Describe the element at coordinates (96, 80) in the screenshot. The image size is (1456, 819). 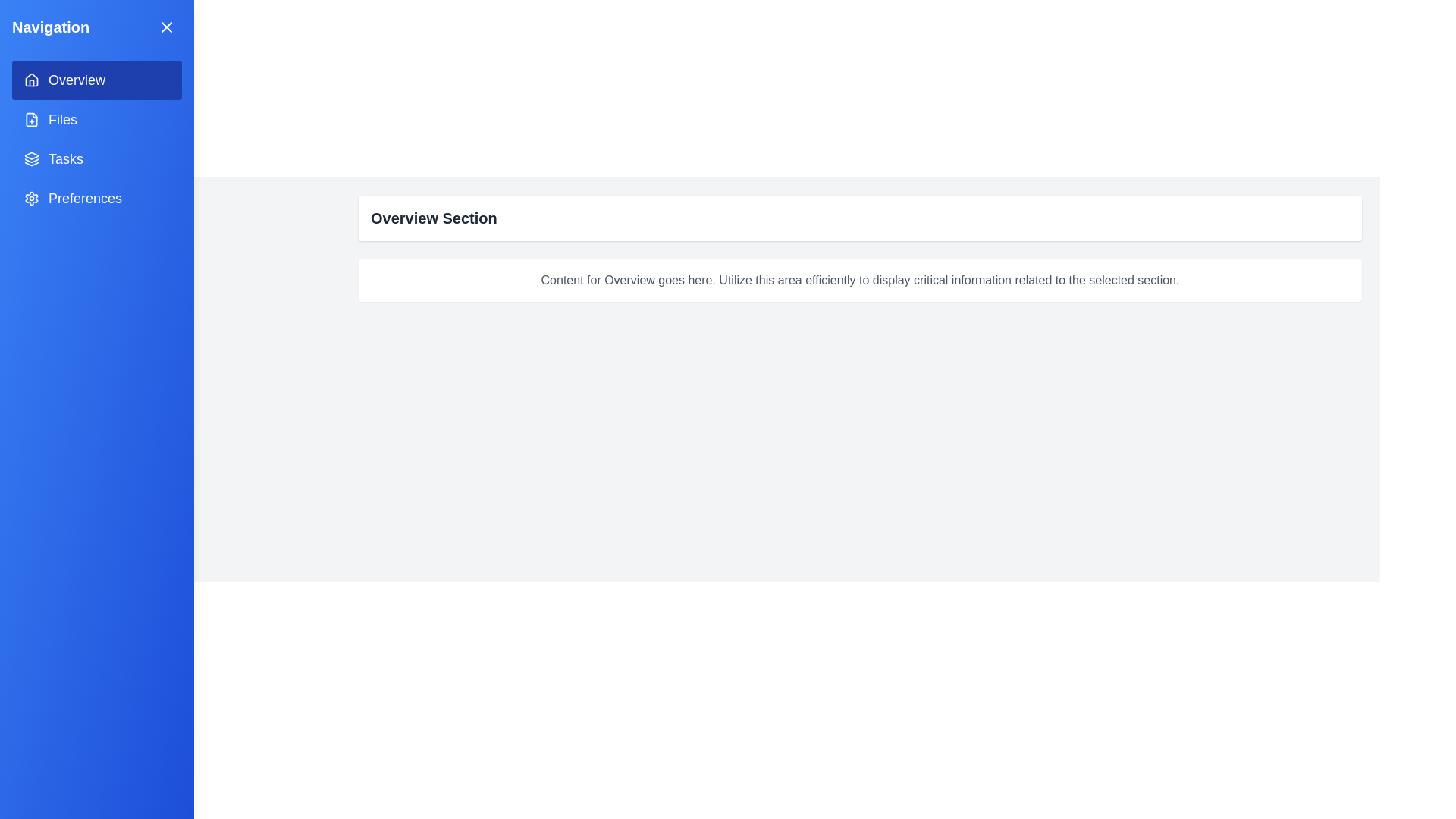
I see `the menu item corresponding to Overview in the navigation menu` at that location.